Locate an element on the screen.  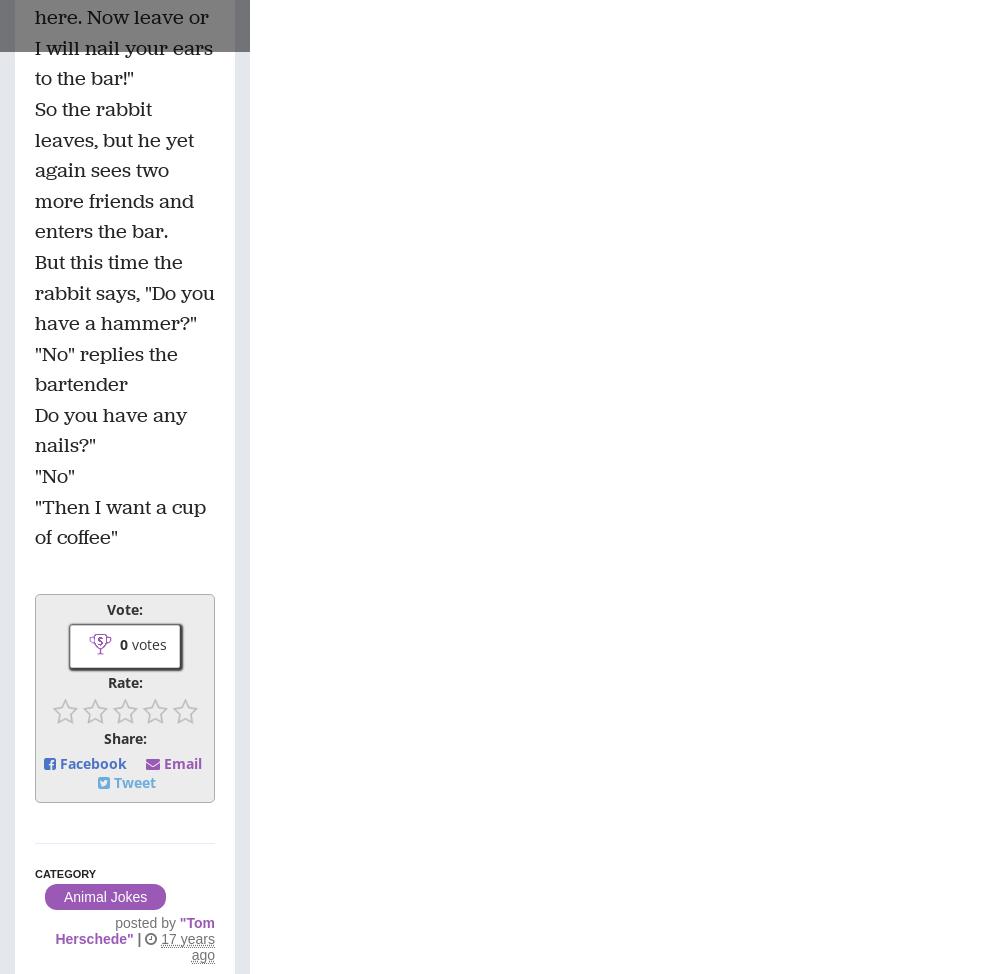
'But this time the rabbit says, "Do you have a hammer?"' is located at coordinates (33, 291).